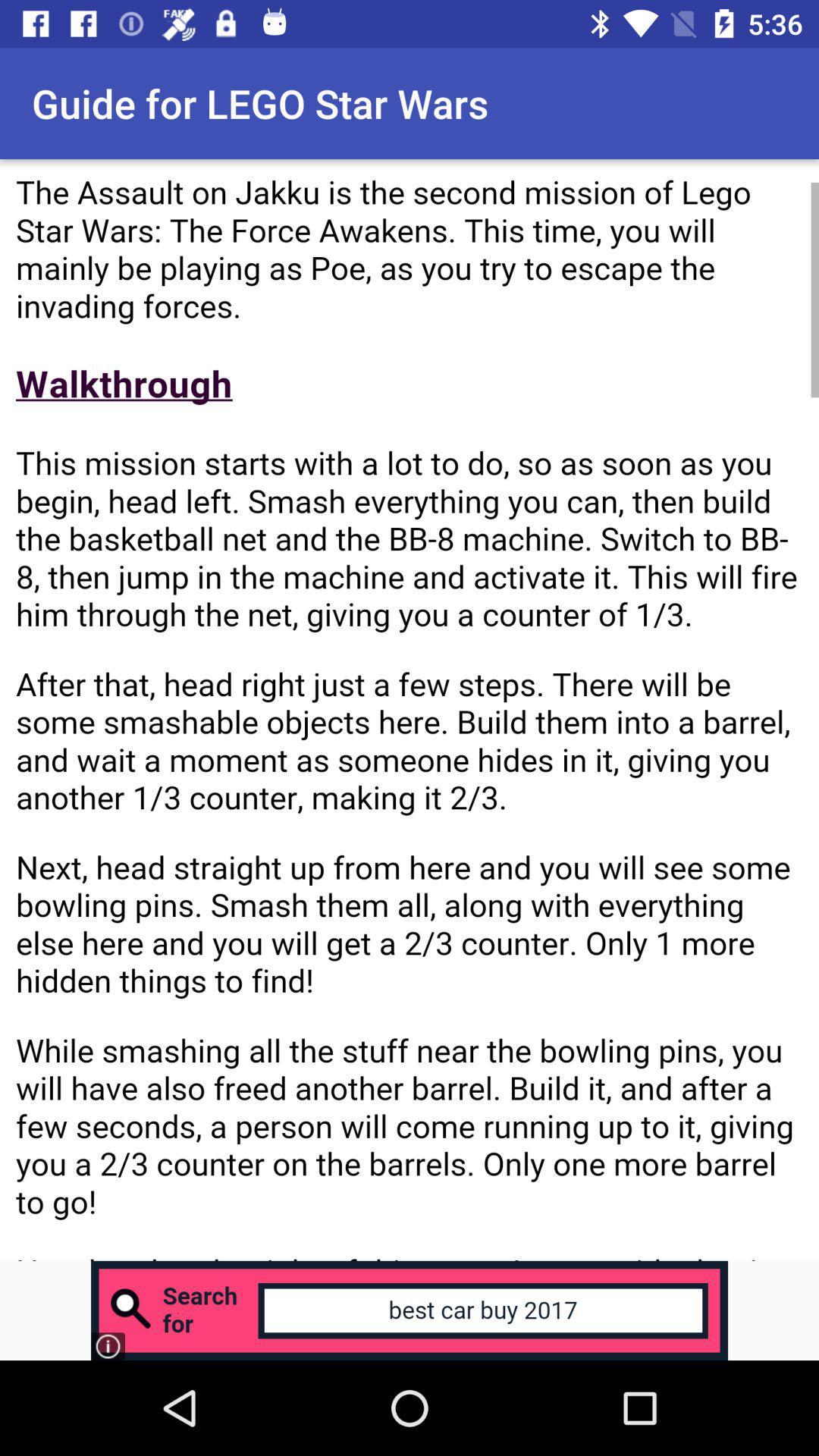 The height and width of the screenshot is (1456, 819). Describe the element at coordinates (409, 1310) in the screenshot. I see `advertisement` at that location.